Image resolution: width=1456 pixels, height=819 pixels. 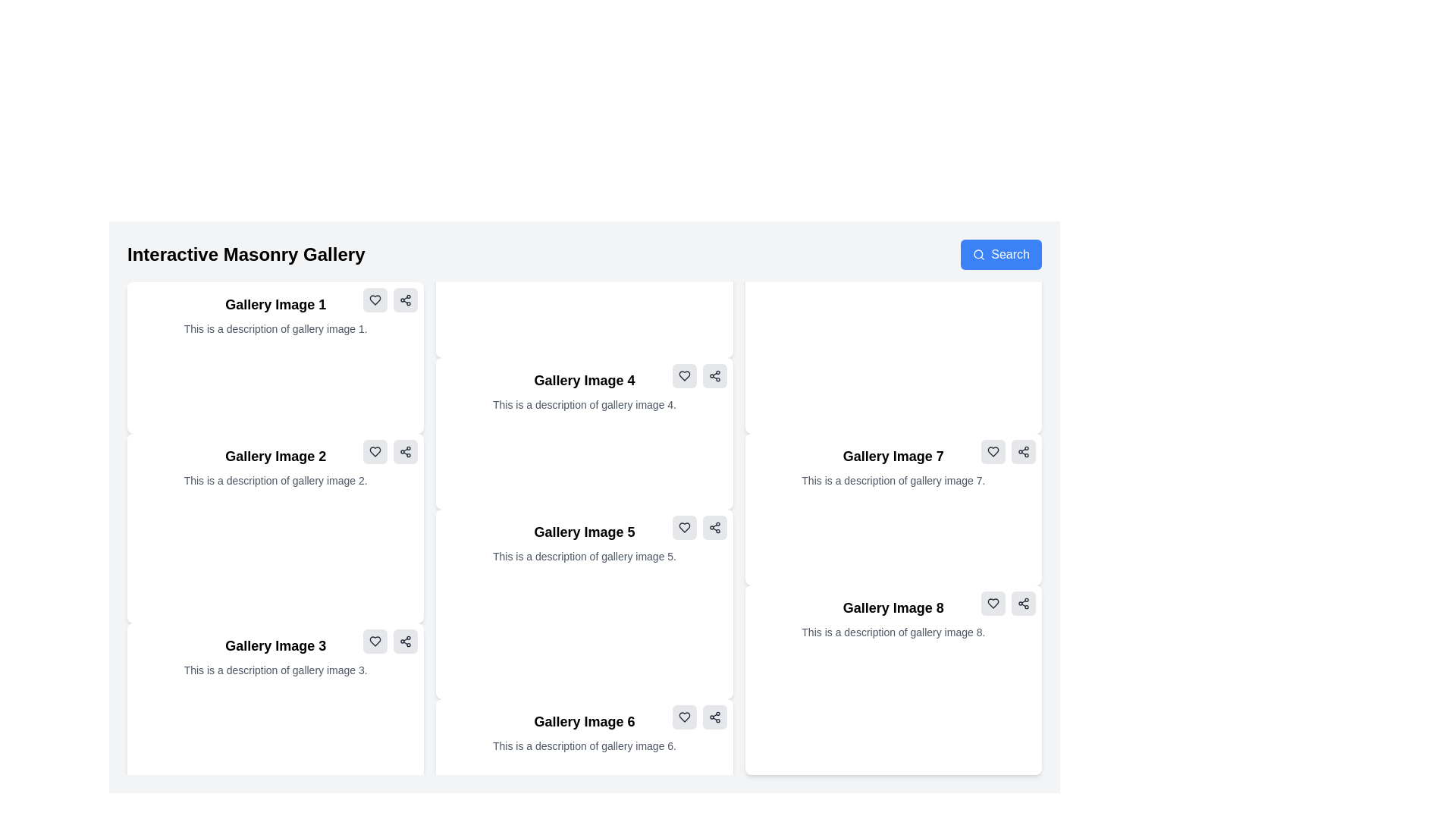 I want to click on the 'favorite' icon button located in the bottom-right corner of the card labeled 'Gallery Image 6', so click(x=683, y=717).